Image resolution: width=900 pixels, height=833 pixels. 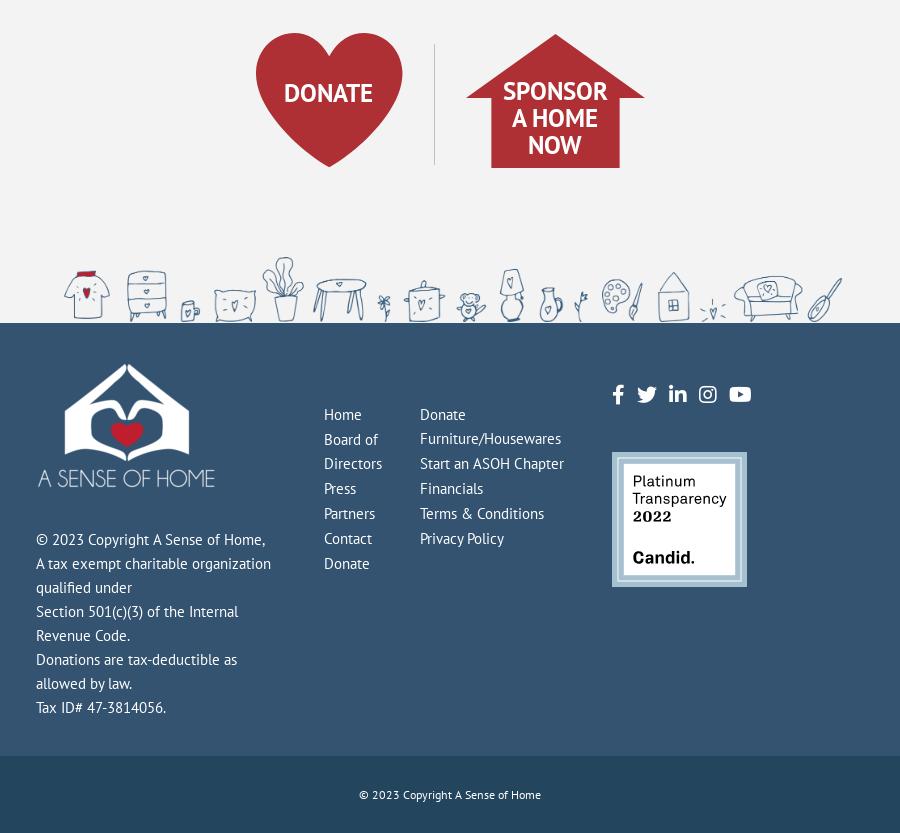 What do you see at coordinates (450, 793) in the screenshot?
I see `'© 2023 Copyright A Sense of Home'` at bounding box center [450, 793].